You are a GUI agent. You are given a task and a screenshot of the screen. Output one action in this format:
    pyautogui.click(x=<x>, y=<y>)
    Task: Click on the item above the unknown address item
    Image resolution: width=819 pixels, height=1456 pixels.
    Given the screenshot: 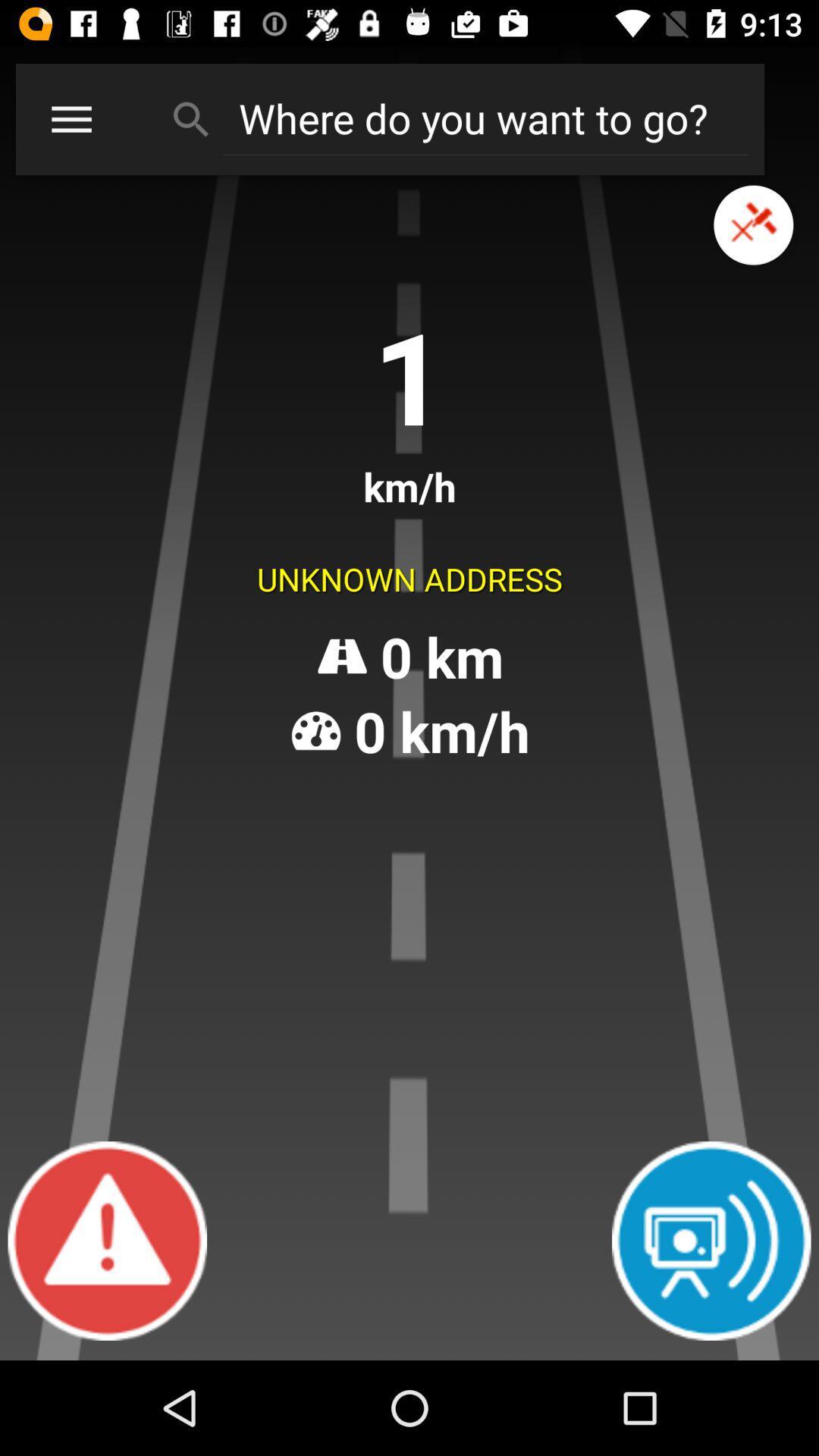 What is the action you would take?
    pyautogui.click(x=71, y=118)
    